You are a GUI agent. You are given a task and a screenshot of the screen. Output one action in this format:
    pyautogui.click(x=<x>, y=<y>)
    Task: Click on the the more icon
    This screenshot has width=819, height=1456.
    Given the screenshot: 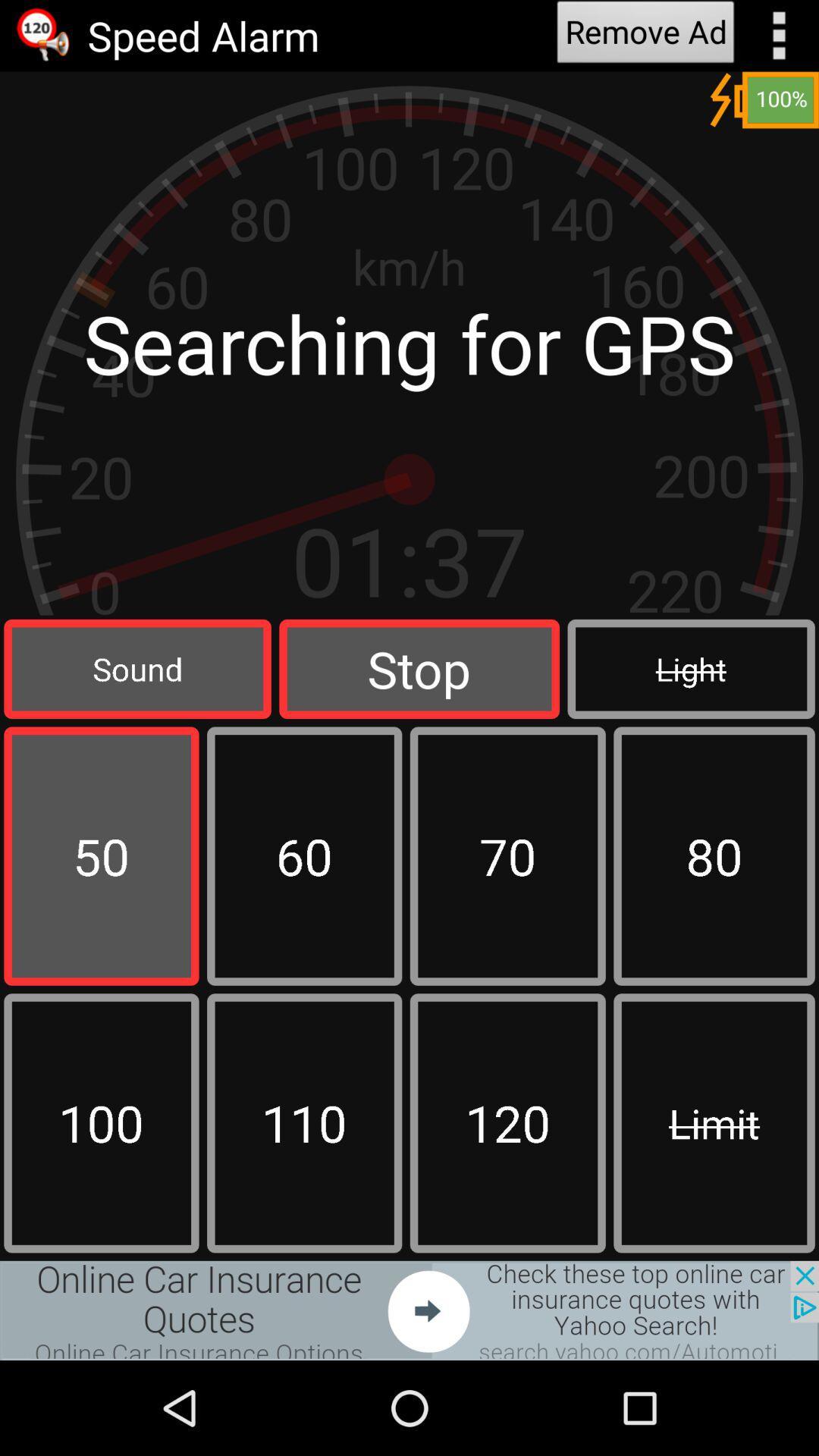 What is the action you would take?
    pyautogui.click(x=779, y=38)
    